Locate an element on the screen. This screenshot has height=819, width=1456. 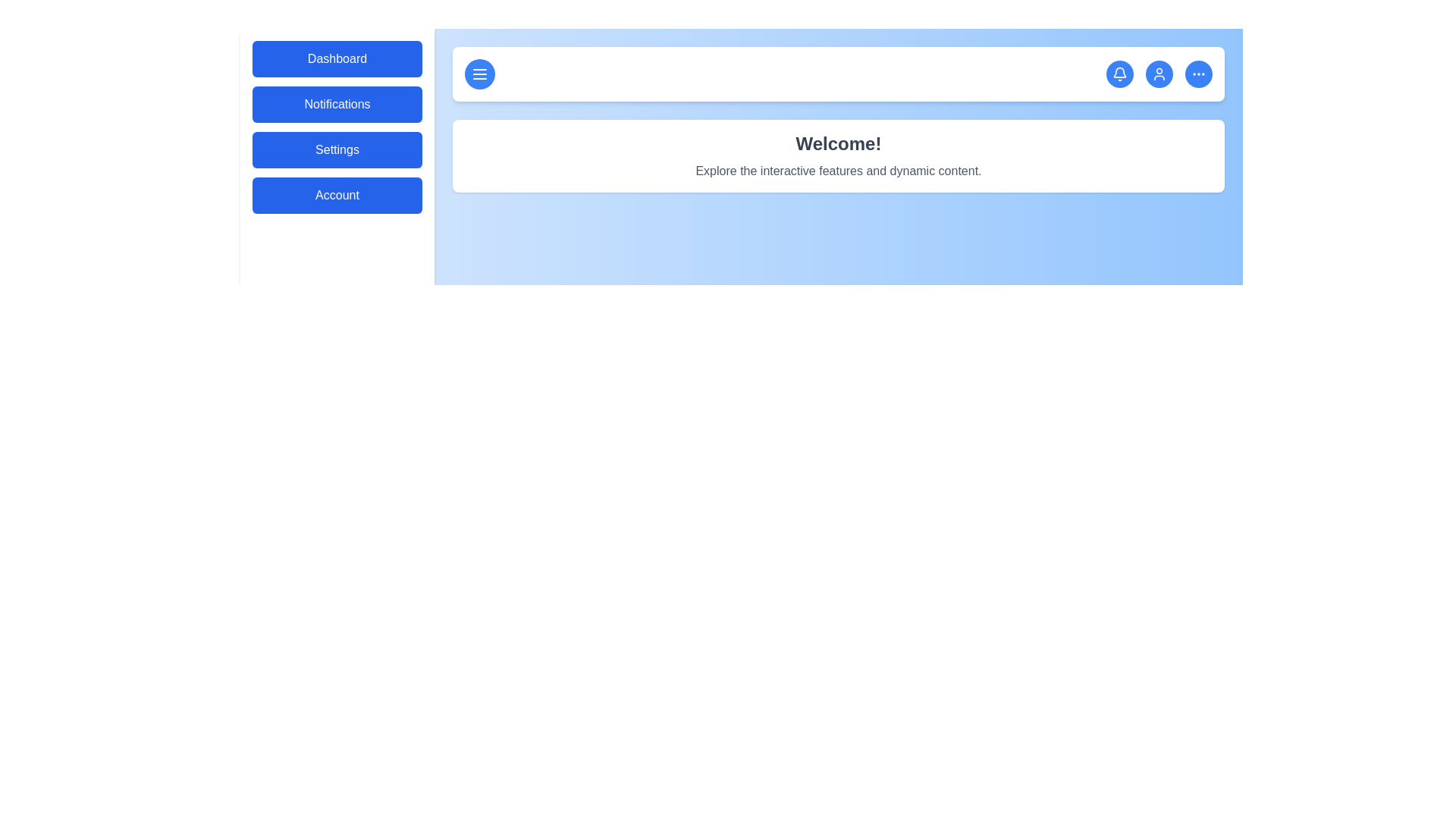
the 'Dashboard' menu item is located at coordinates (337, 58).